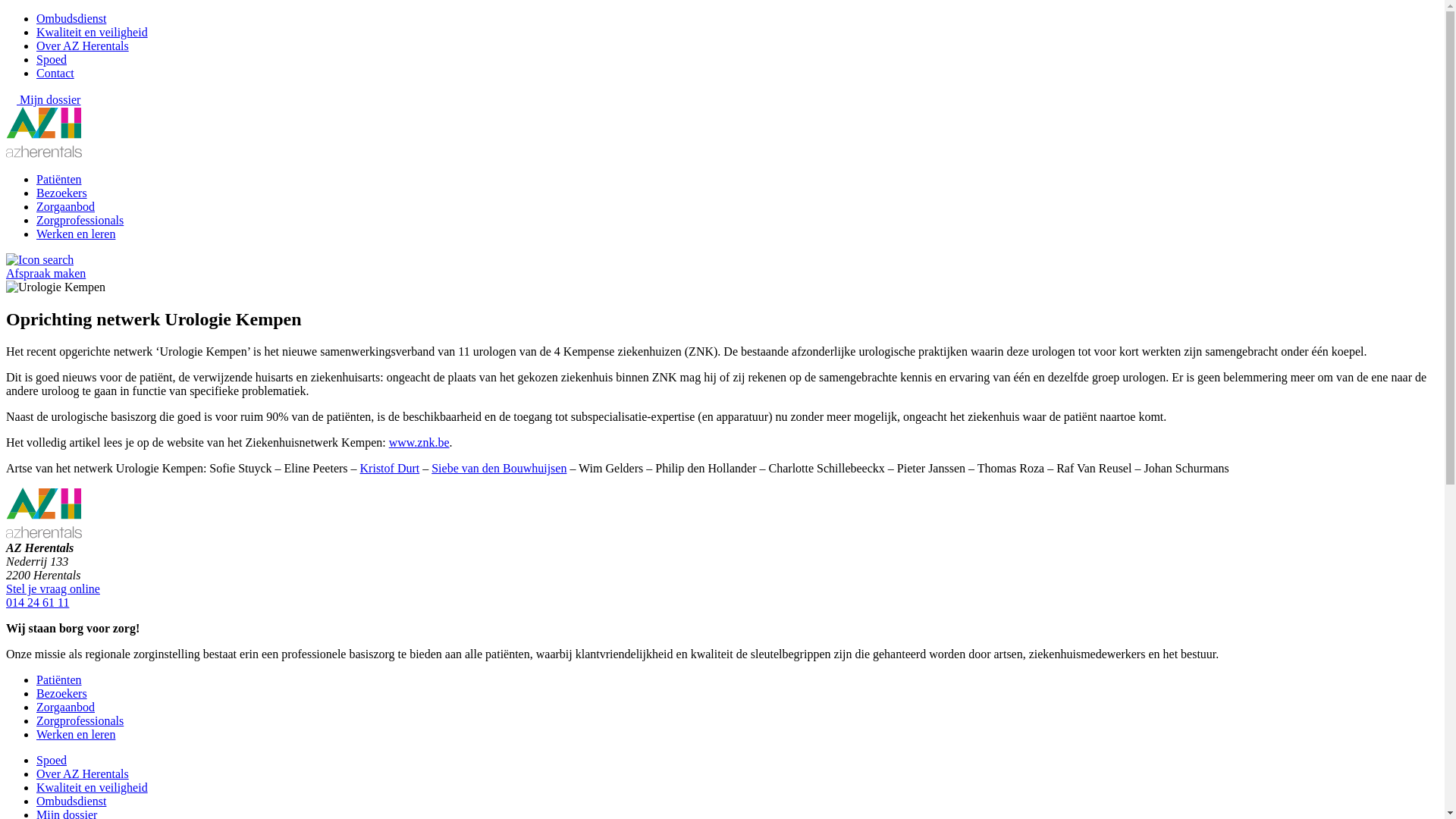  What do you see at coordinates (64, 707) in the screenshot?
I see `'Zorgaanbod'` at bounding box center [64, 707].